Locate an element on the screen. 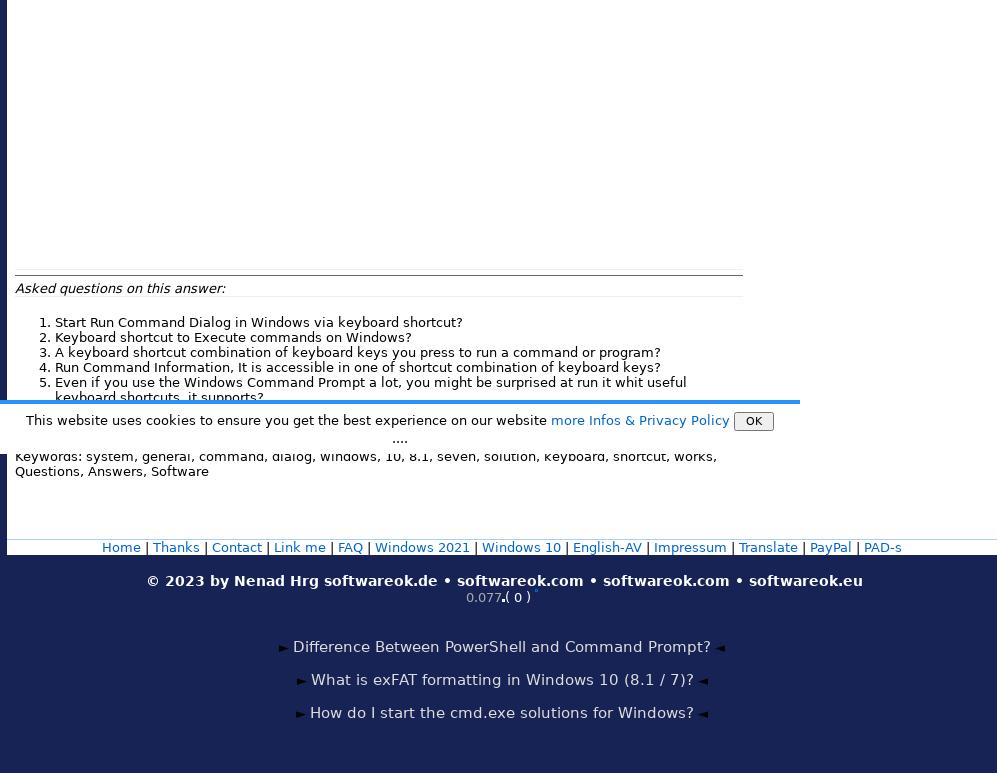 Image resolution: width=997 pixels, height=773 pixels. '0.077' is located at coordinates (484, 597).